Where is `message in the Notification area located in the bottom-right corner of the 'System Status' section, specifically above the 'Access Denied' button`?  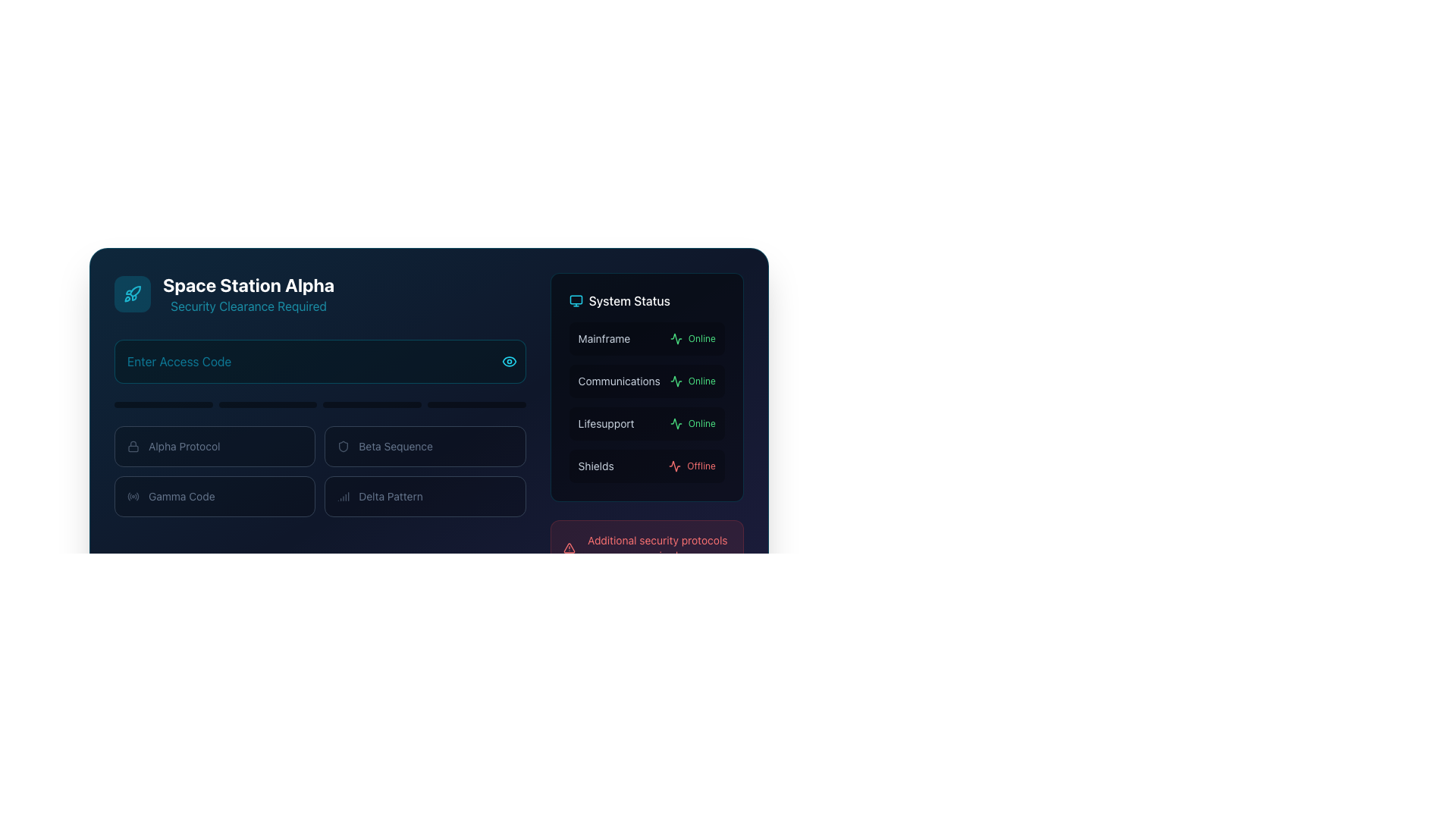 message in the Notification area located in the bottom-right corner of the 'System Status' section, specifically above the 'Access Denied' button is located at coordinates (647, 548).